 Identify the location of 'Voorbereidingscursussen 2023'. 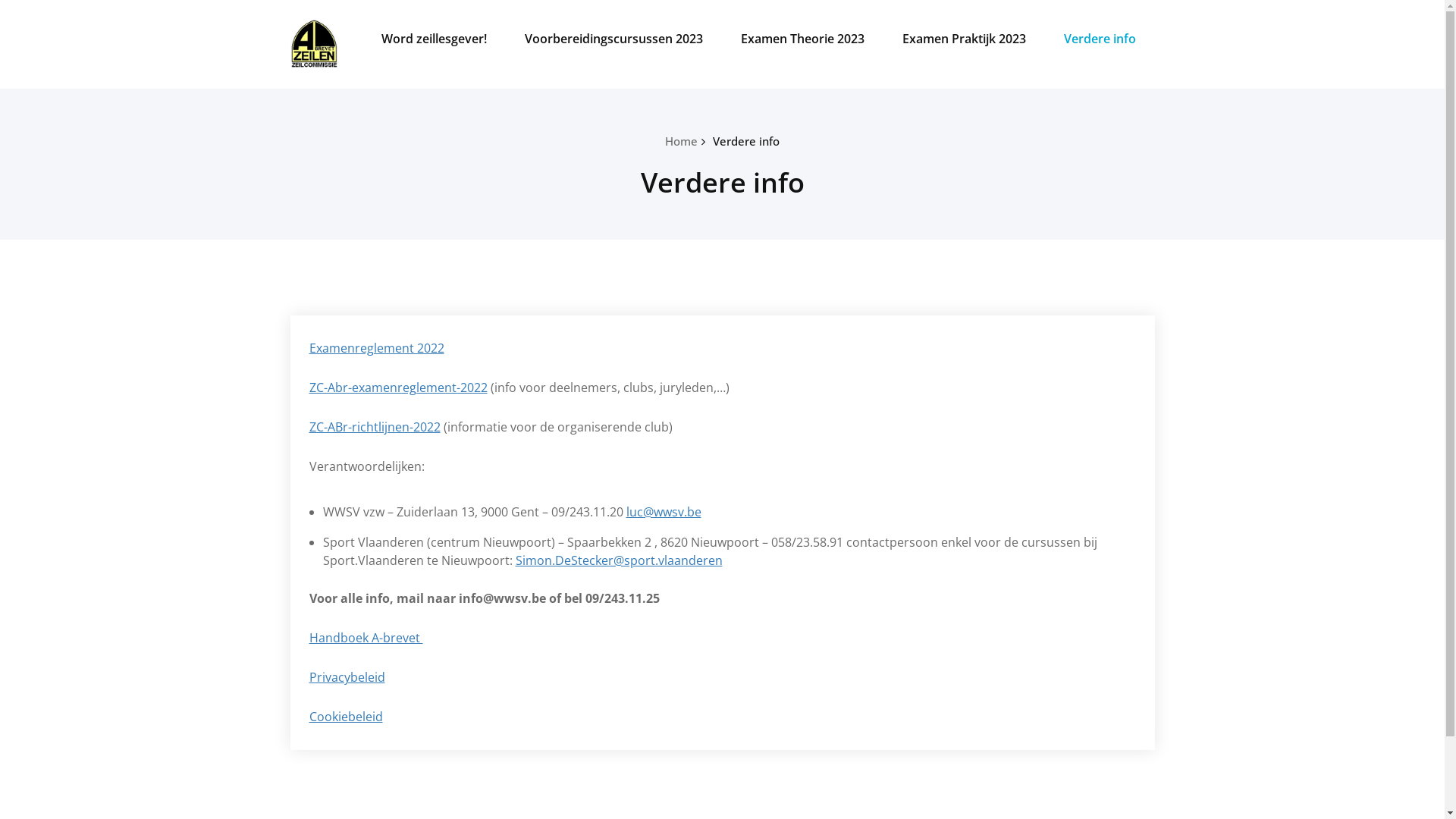
(613, 37).